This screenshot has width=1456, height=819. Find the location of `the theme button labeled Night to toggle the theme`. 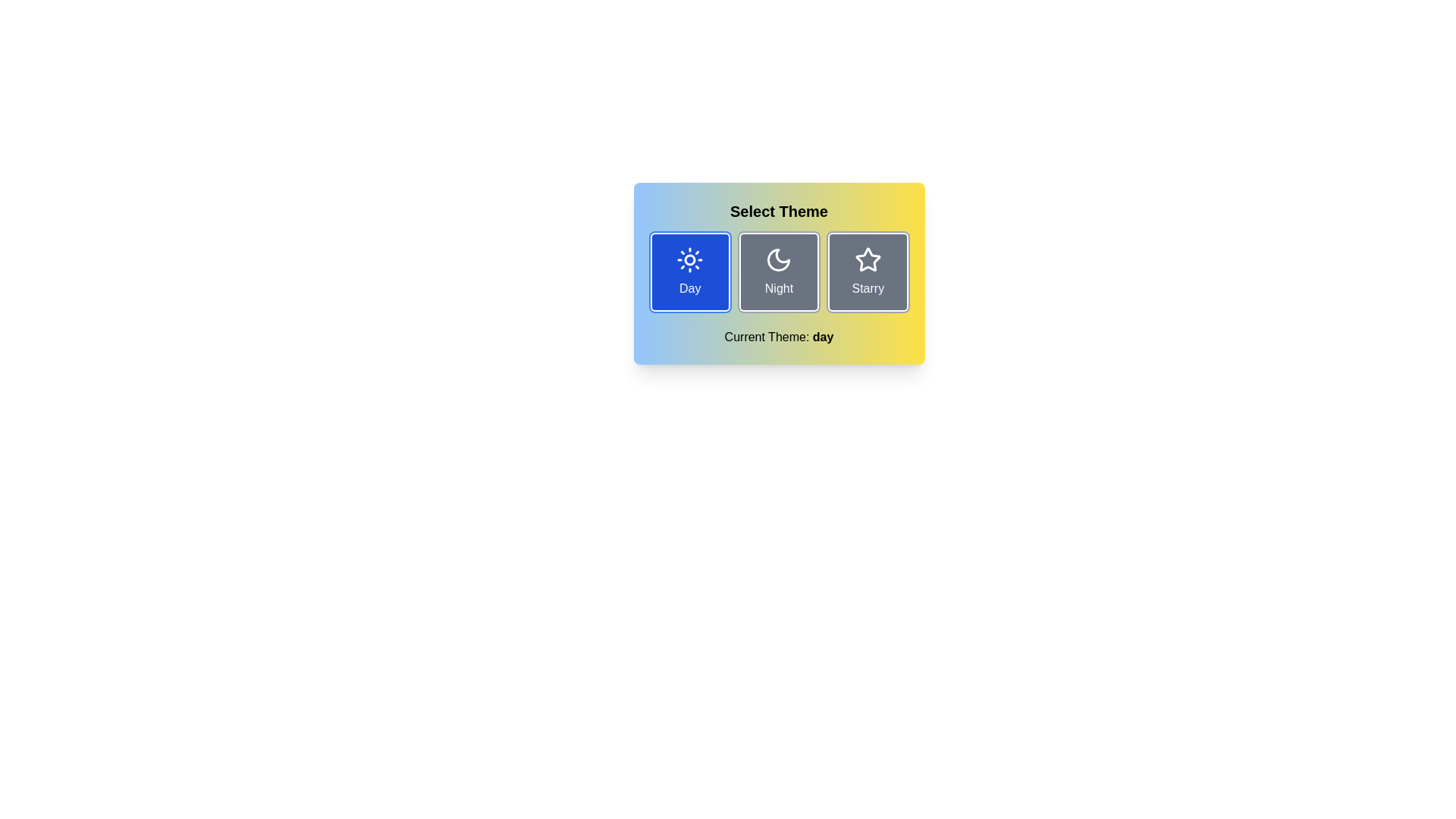

the theme button labeled Night to toggle the theme is located at coordinates (779, 271).